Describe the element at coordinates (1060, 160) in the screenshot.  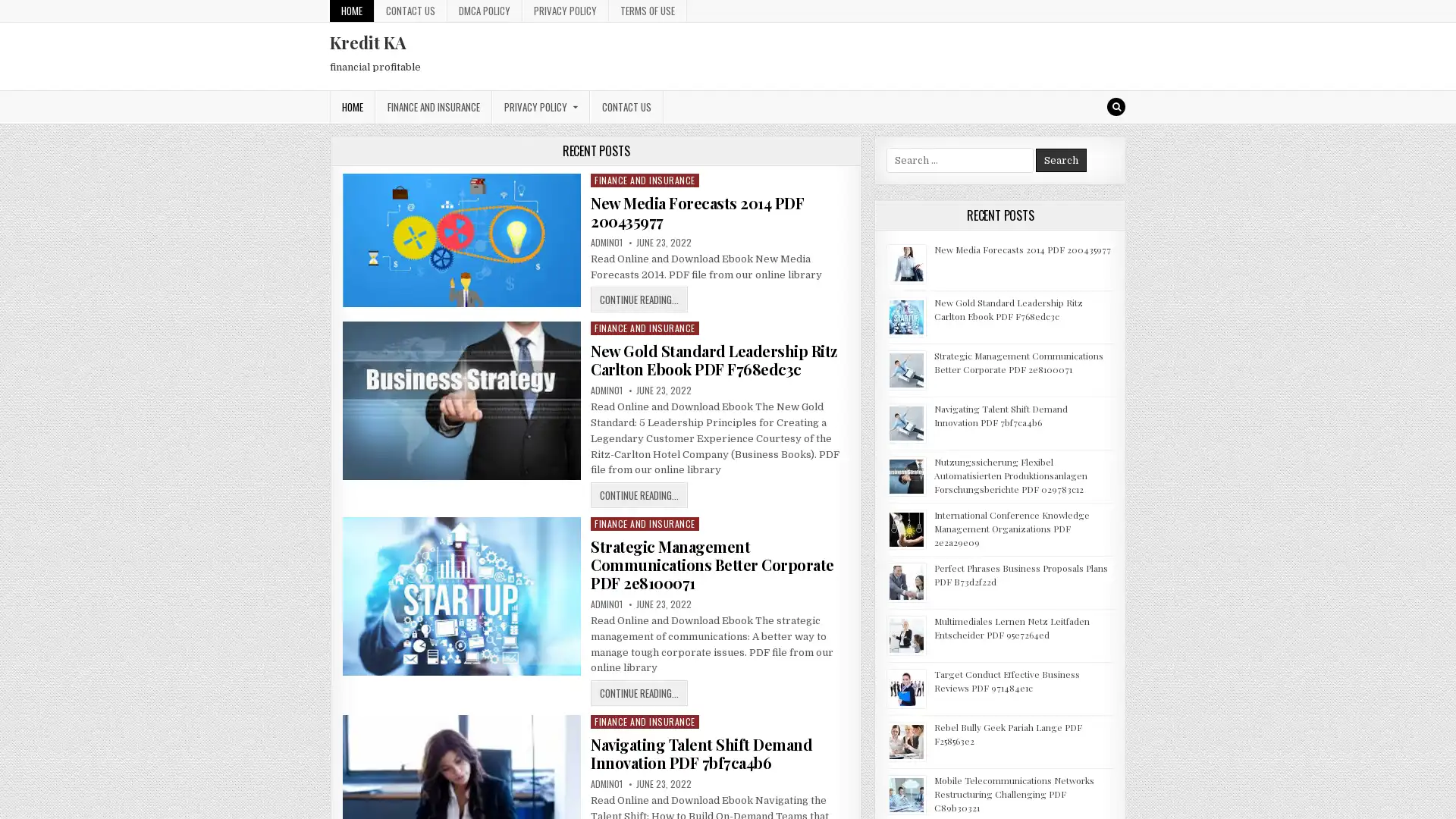
I see `Search` at that location.